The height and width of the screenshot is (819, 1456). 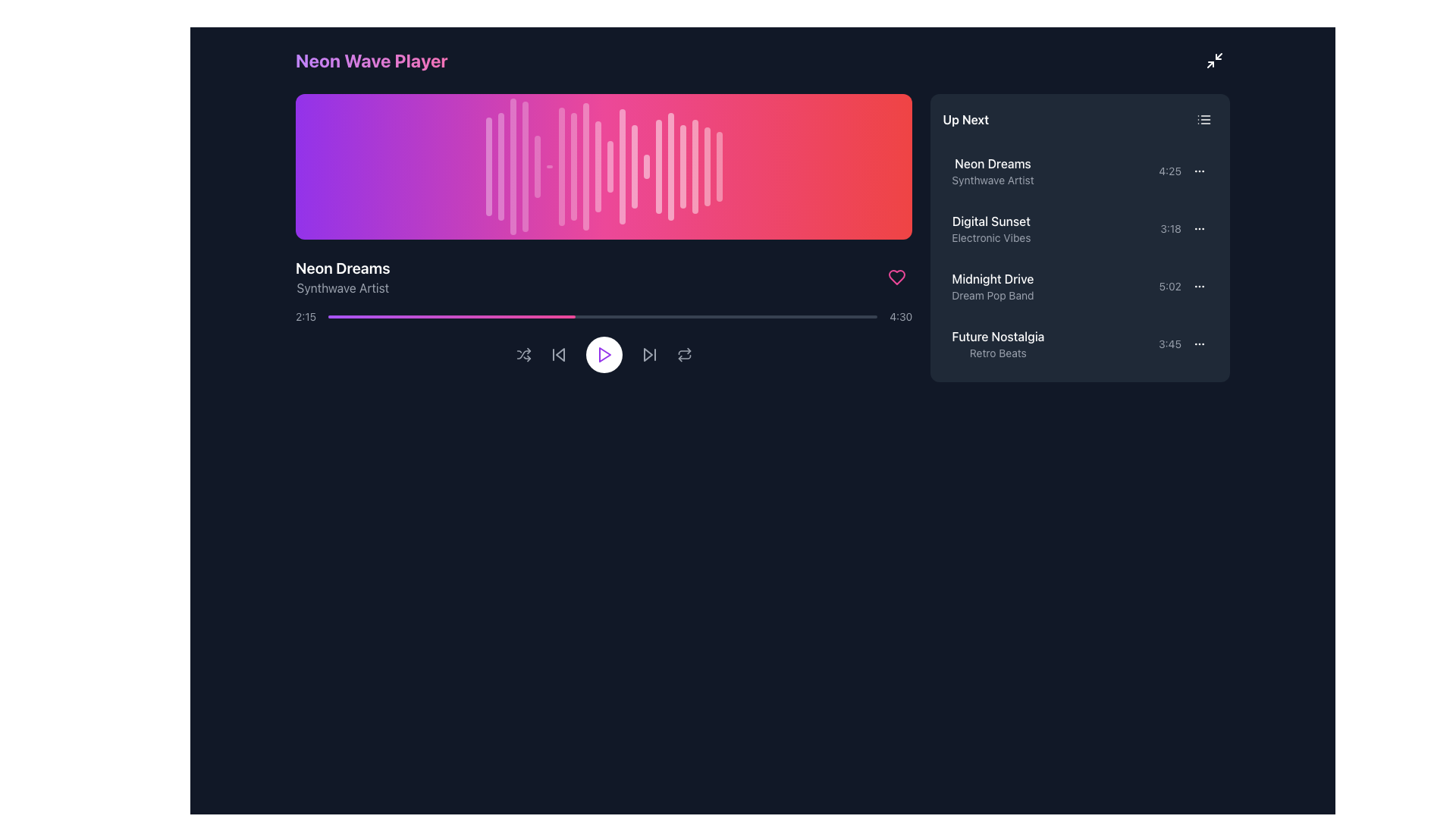 What do you see at coordinates (998, 353) in the screenshot?
I see `the text label displaying 'Retro Beats', which is styled in light gray and positioned below 'Future Nostalgia' within the right-hand side panel under 'Up Next'` at bounding box center [998, 353].